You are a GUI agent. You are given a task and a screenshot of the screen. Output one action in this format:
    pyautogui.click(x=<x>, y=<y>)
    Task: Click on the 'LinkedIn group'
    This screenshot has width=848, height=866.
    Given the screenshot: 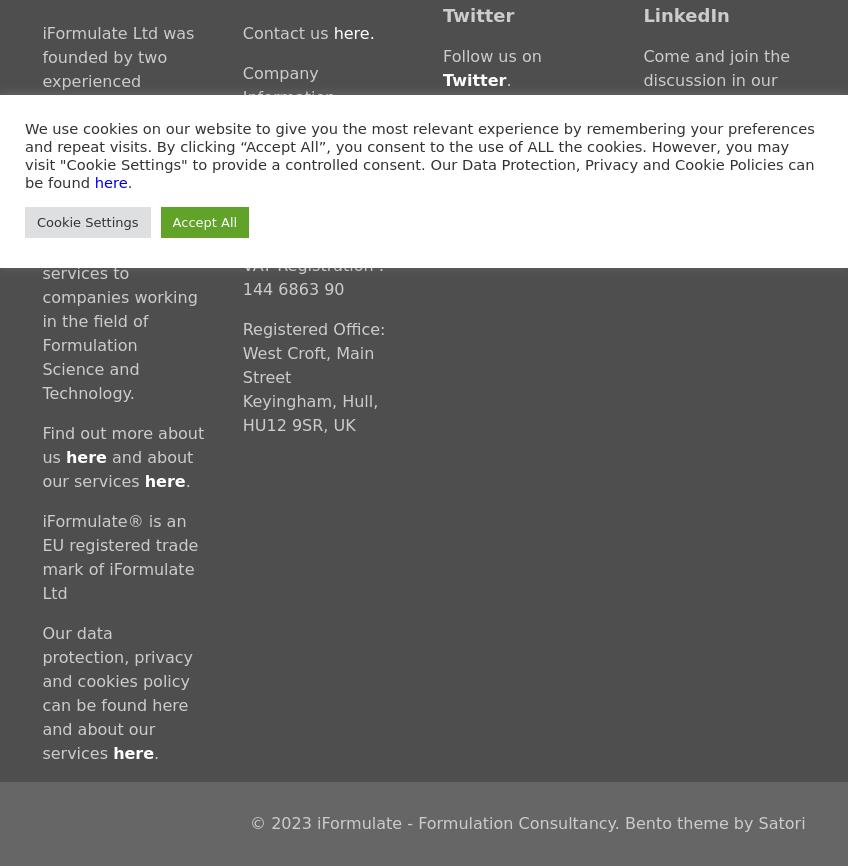 What is the action you would take?
    pyautogui.click(x=642, y=104)
    